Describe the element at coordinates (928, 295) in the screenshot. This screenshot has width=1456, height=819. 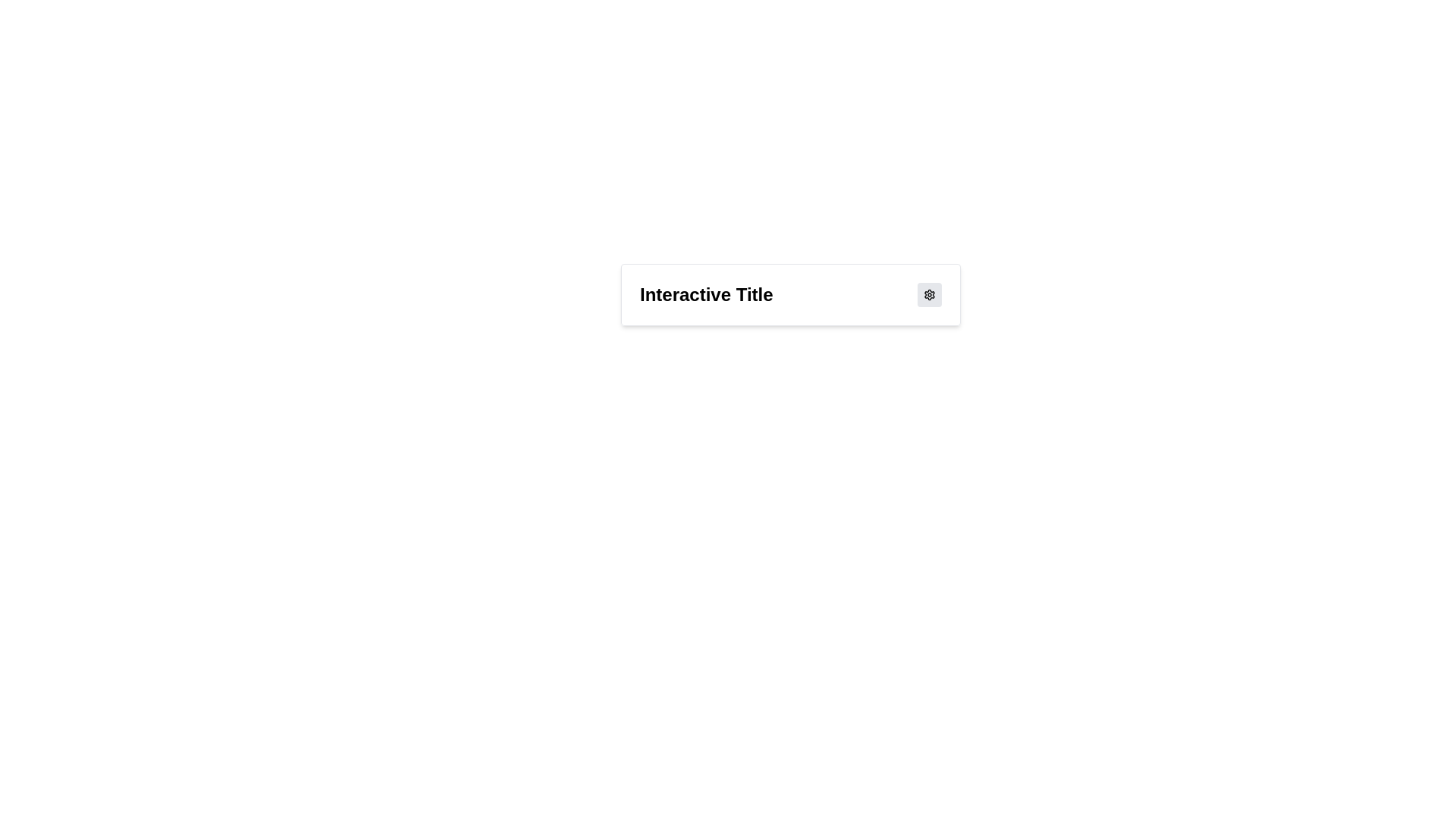
I see `the gear icon located within the rounded rectangular button on the right end of the horizontal control bar` at that location.